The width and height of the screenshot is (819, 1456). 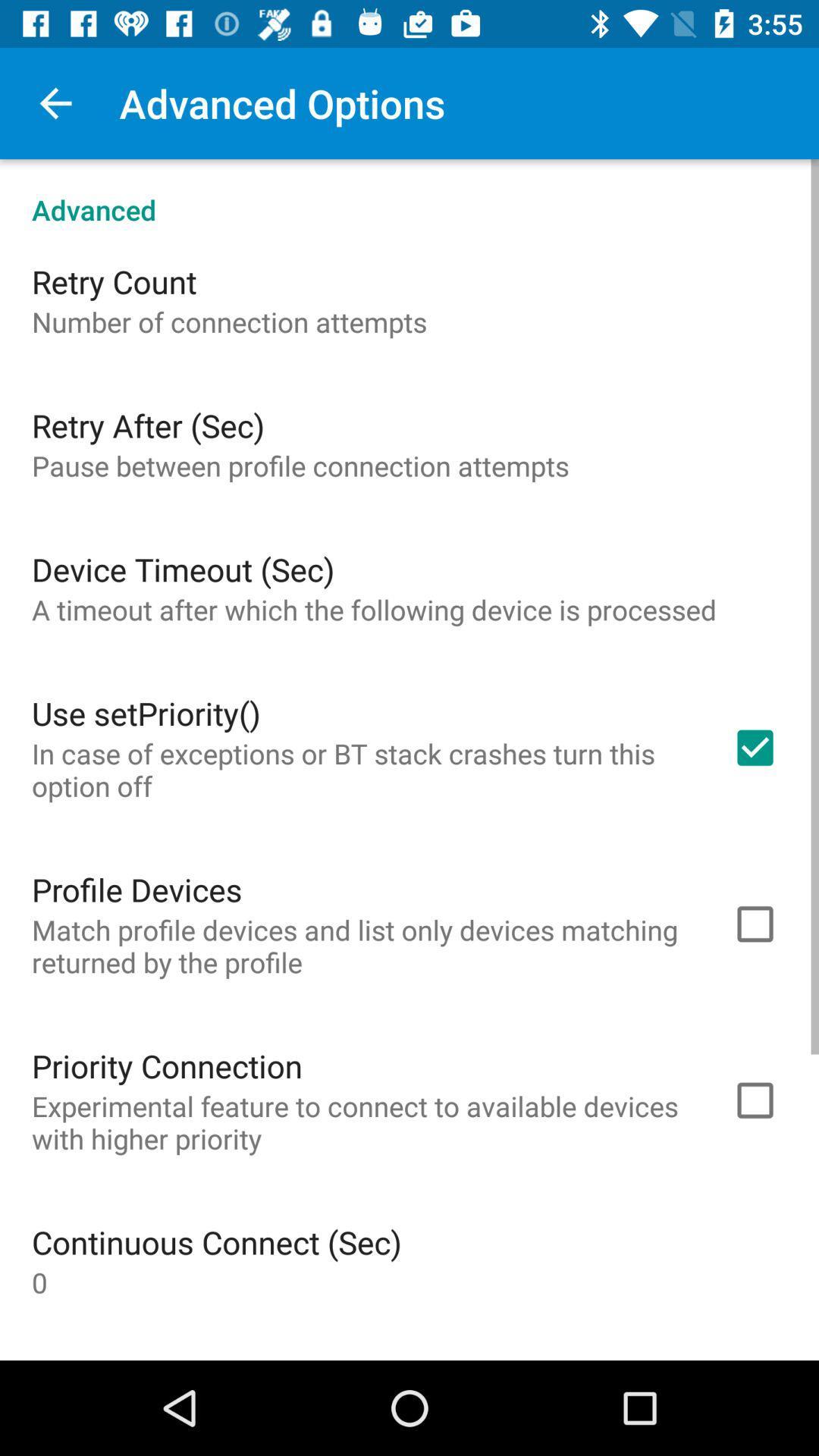 What do you see at coordinates (300, 465) in the screenshot?
I see `icon below the retry after (sec) icon` at bounding box center [300, 465].